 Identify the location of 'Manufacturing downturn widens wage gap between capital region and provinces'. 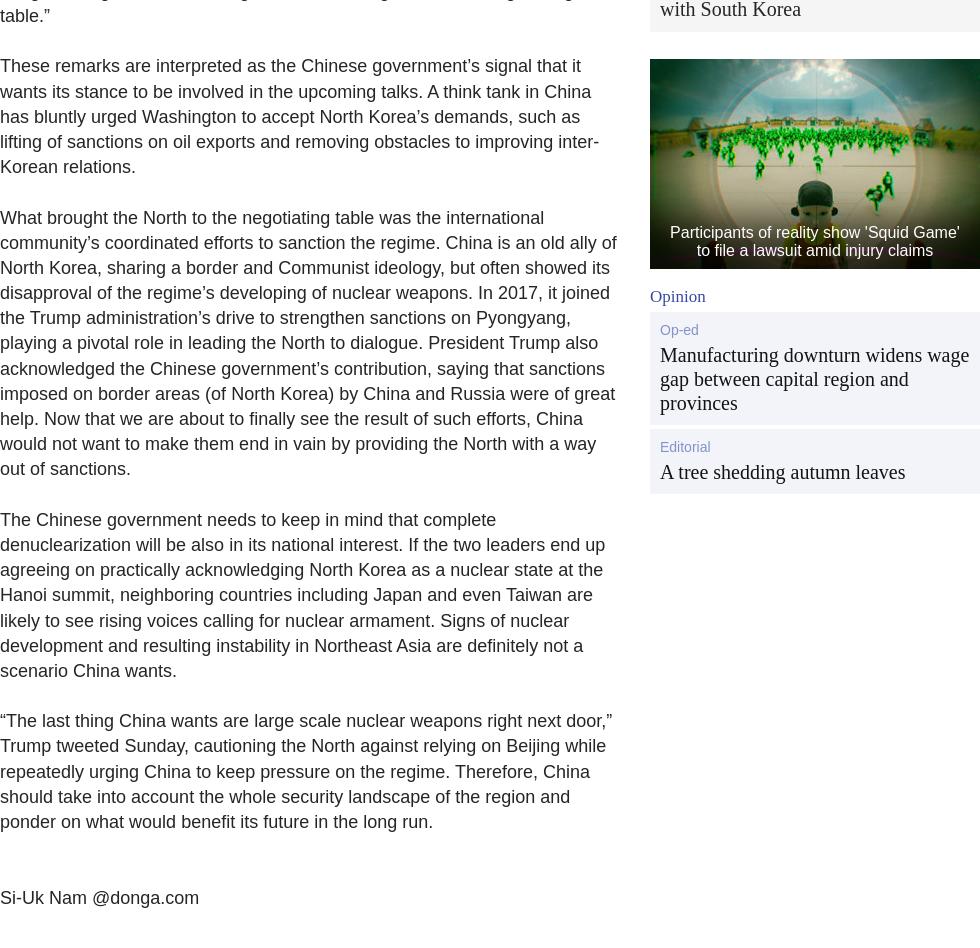
(814, 376).